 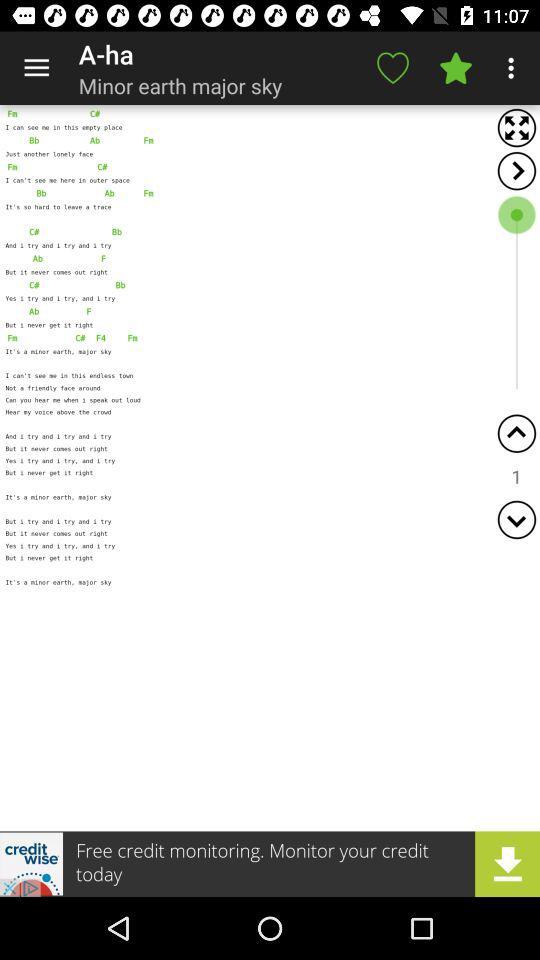 I want to click on go up, so click(x=516, y=433).